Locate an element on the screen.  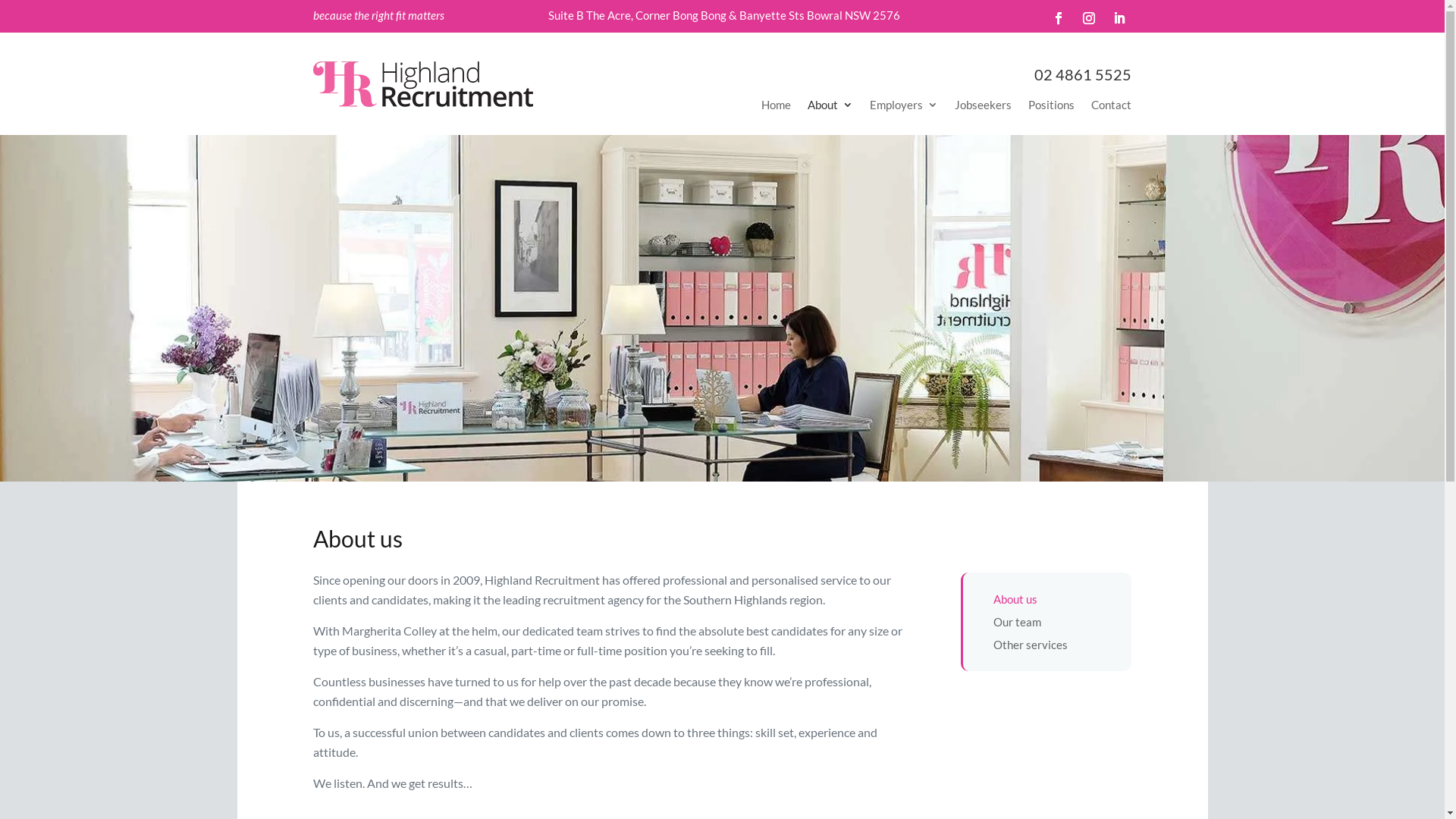
'Contact' is located at coordinates (1111, 107).